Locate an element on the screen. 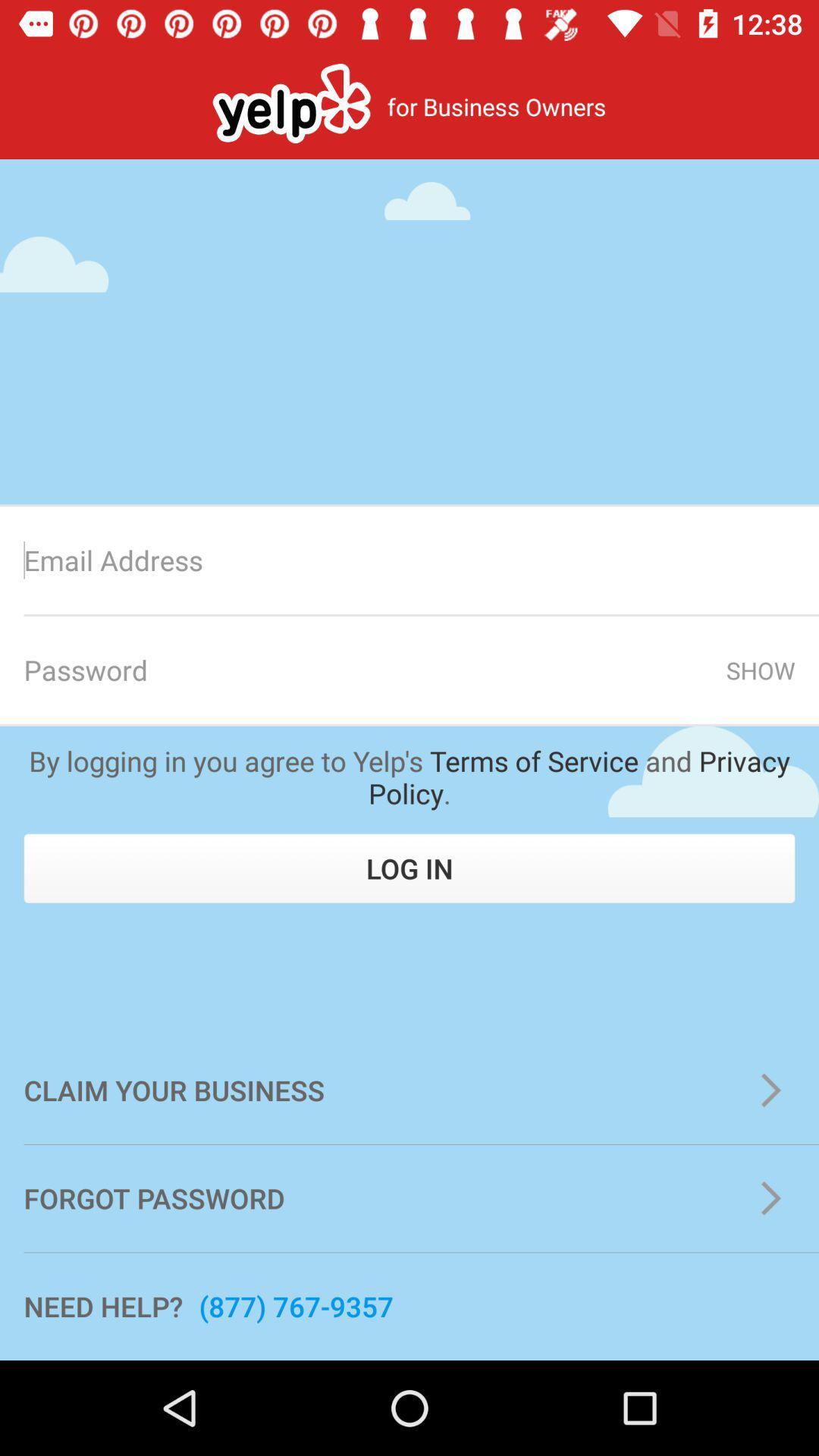 The image size is (819, 1456). by logging in item is located at coordinates (409, 777).